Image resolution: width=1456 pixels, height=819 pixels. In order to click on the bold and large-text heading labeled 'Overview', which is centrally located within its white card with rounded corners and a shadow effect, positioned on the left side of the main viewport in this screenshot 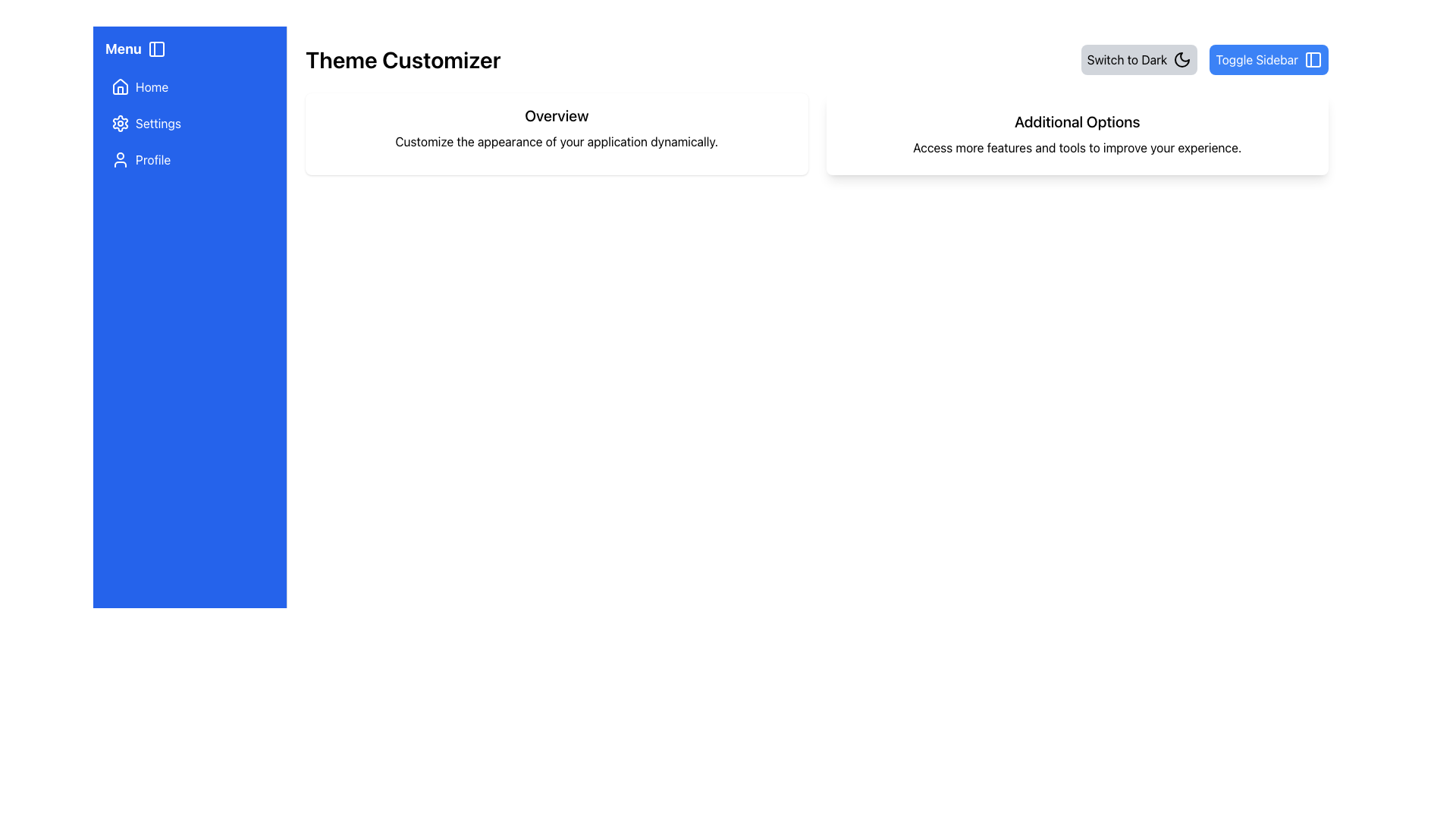, I will do `click(556, 115)`.